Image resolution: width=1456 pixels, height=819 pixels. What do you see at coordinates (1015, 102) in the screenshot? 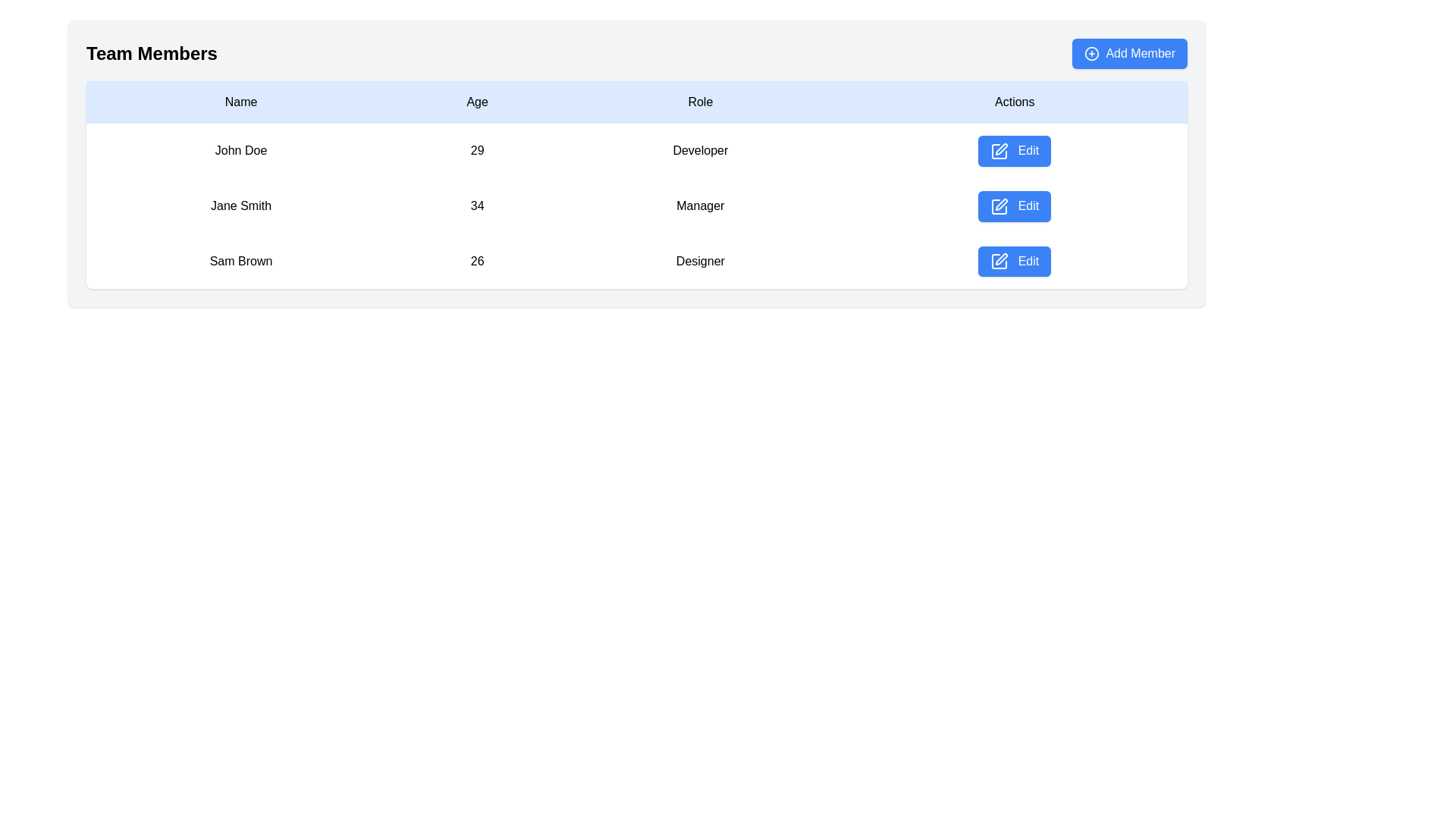
I see `the 'Actions' text label which serves as the header for the actions column in the table, located in the top-right quadrant of the header row` at bounding box center [1015, 102].